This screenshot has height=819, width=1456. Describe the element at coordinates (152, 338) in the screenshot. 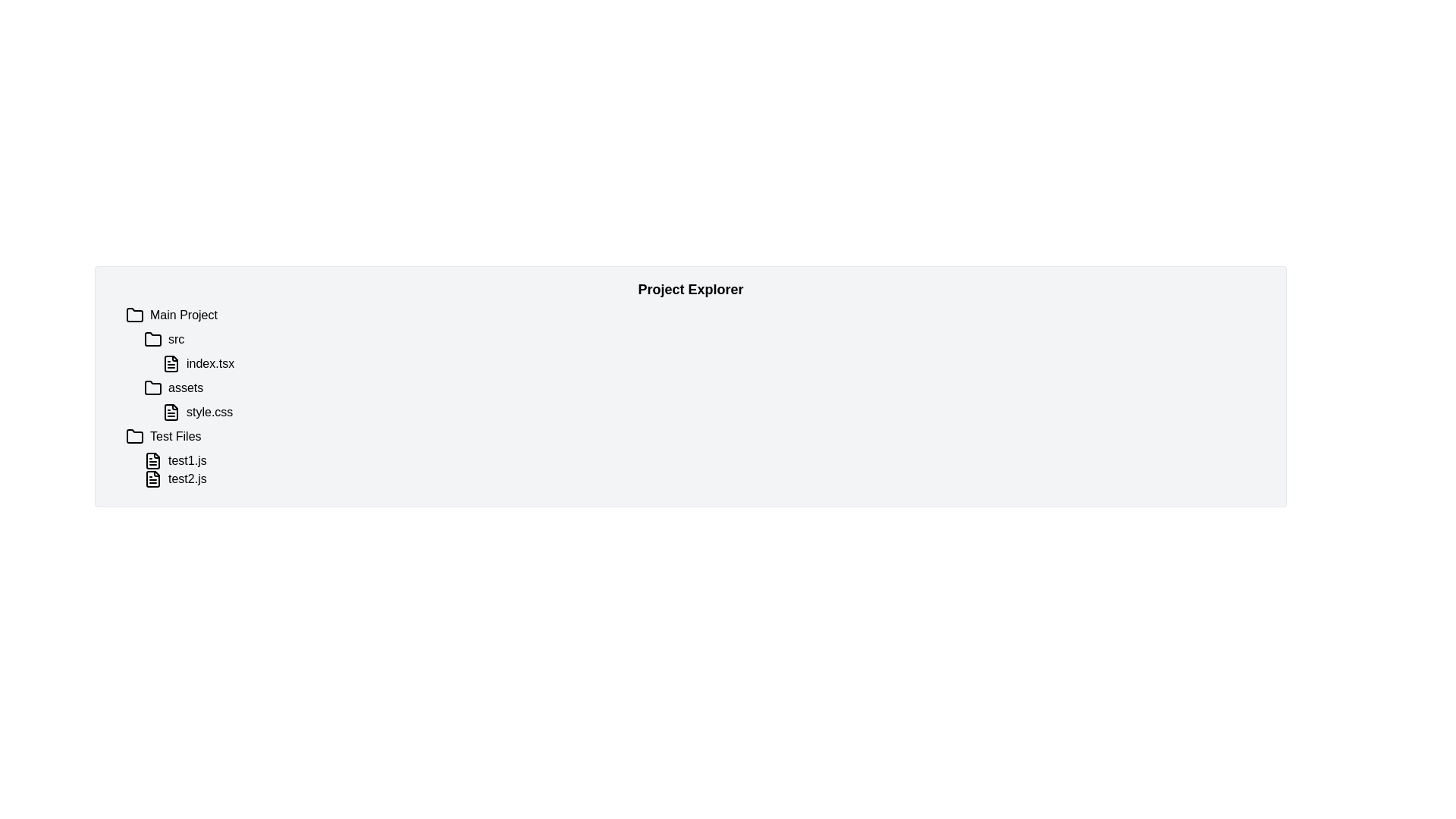

I see `the folder icon located to the left of the 'src' label in the file explorer` at that location.